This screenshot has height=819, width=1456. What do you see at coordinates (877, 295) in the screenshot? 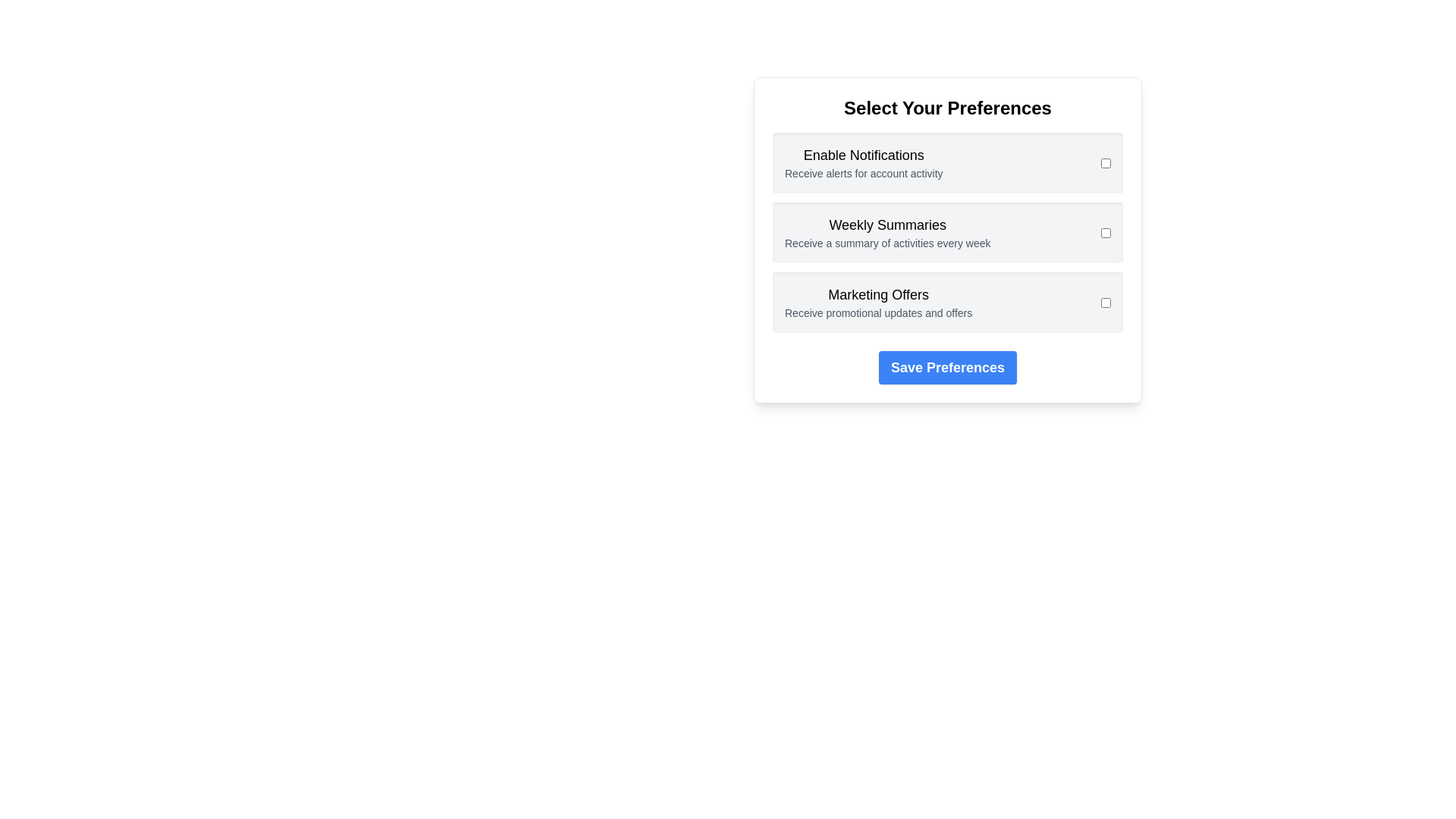
I see `the text Marketing Offers for interaction` at bounding box center [877, 295].